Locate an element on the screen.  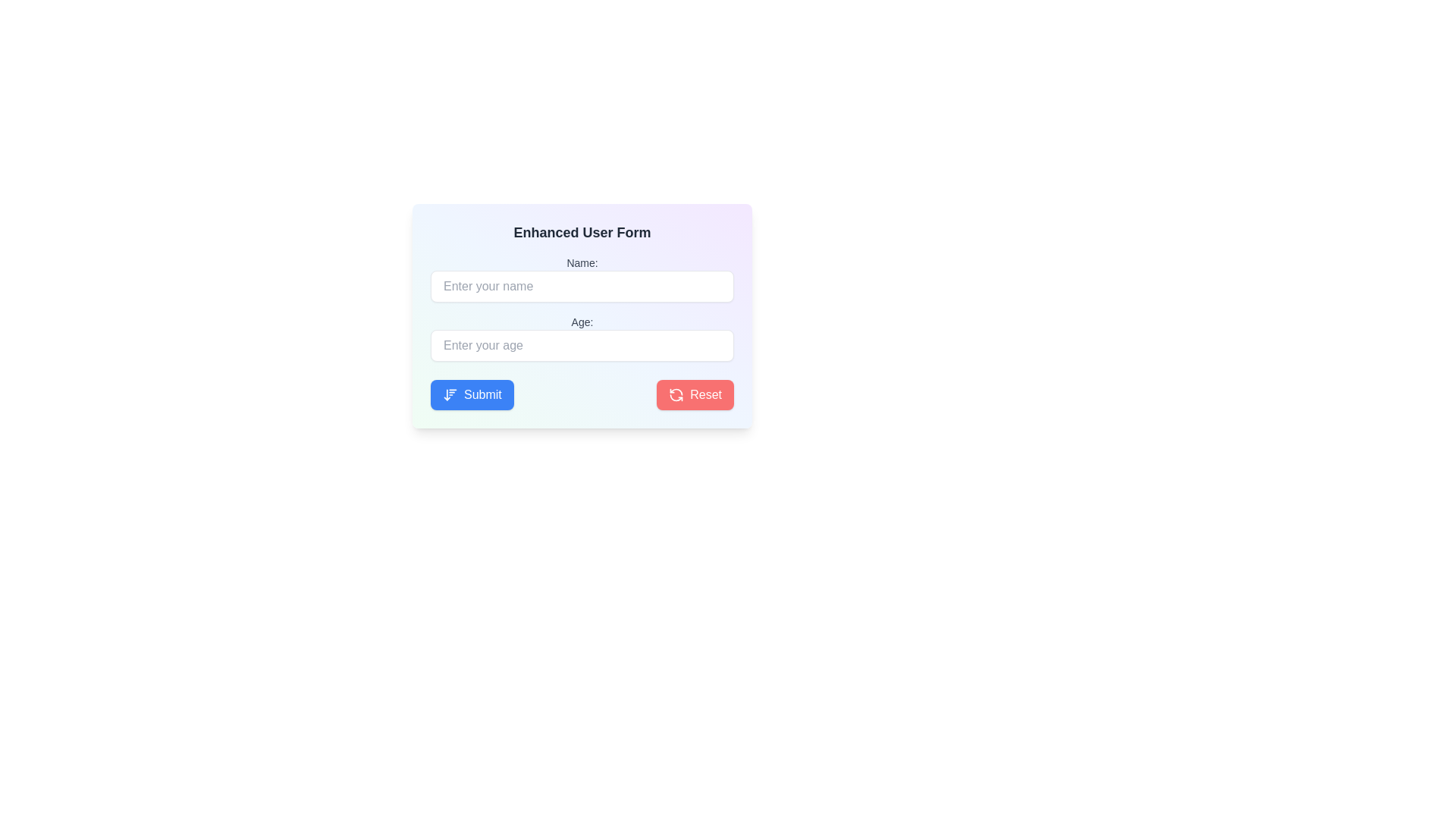
the 'Submit' button with a blue background and white text at the bottom left of the user form is located at coordinates (471, 394).